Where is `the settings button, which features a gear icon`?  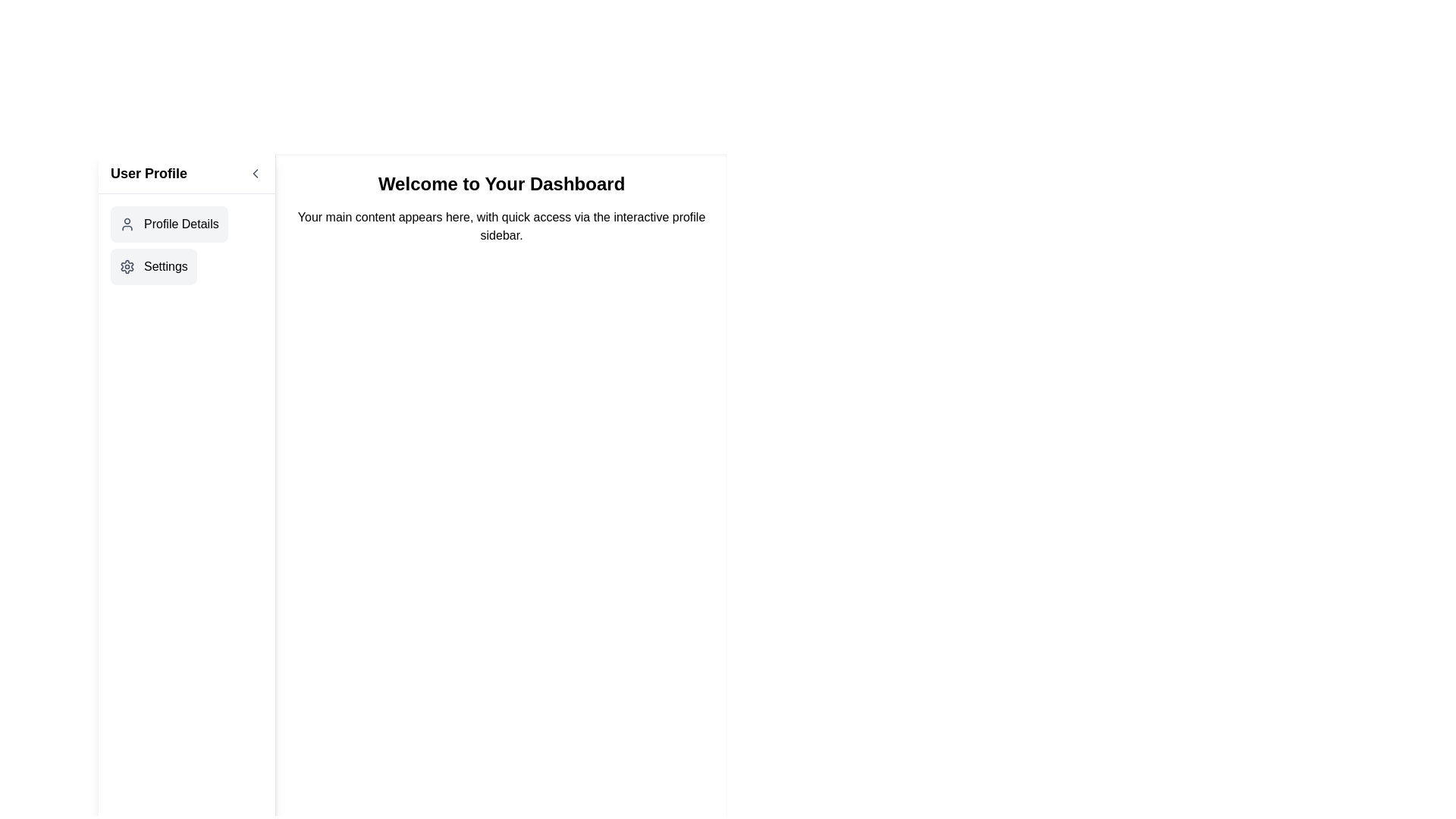
the settings button, which features a gear icon is located at coordinates (127, 265).